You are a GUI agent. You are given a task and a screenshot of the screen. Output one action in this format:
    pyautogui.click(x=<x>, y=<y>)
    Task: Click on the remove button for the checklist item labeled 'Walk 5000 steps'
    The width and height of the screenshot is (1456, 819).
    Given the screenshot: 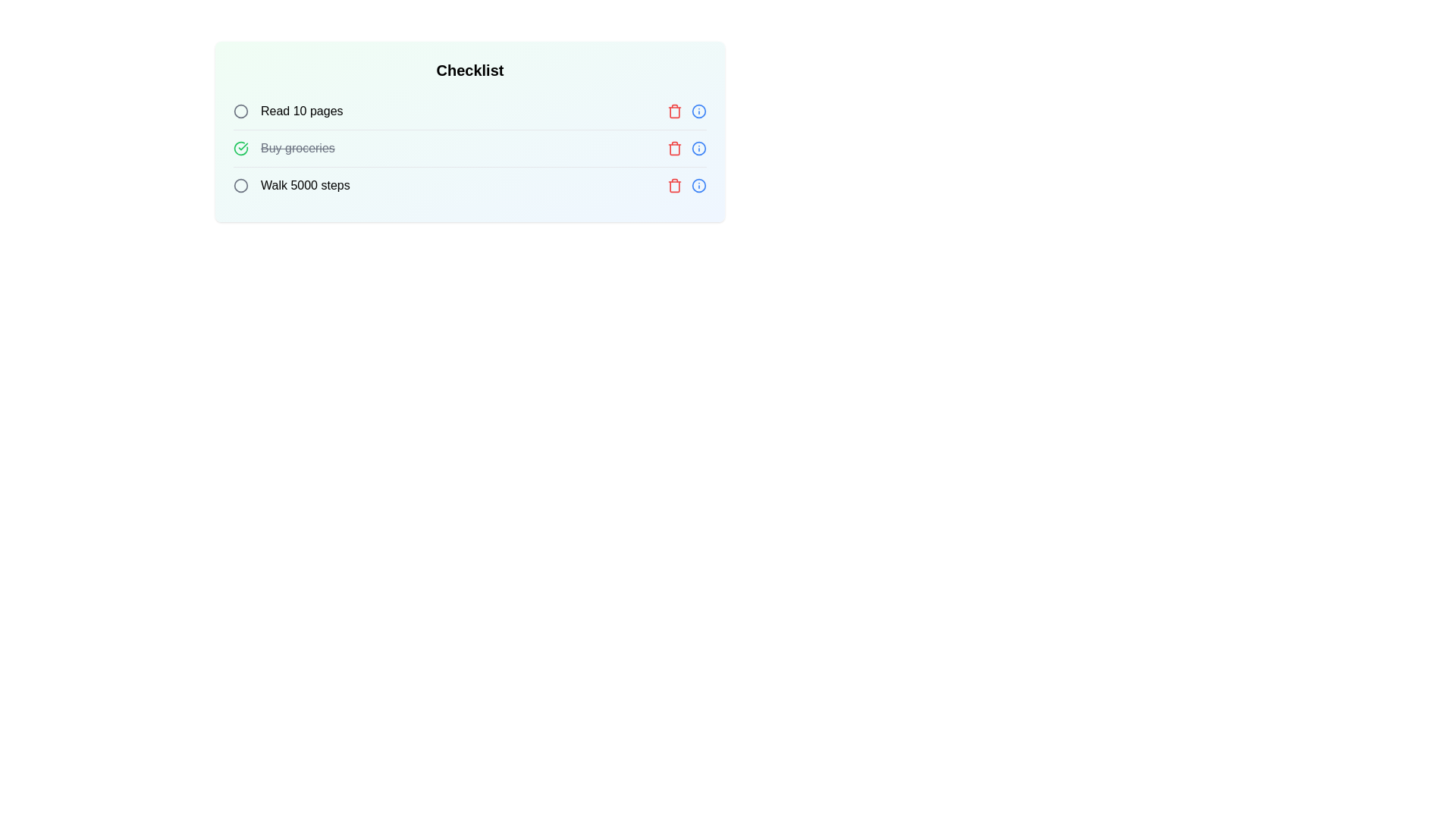 What is the action you would take?
    pyautogui.click(x=673, y=185)
    